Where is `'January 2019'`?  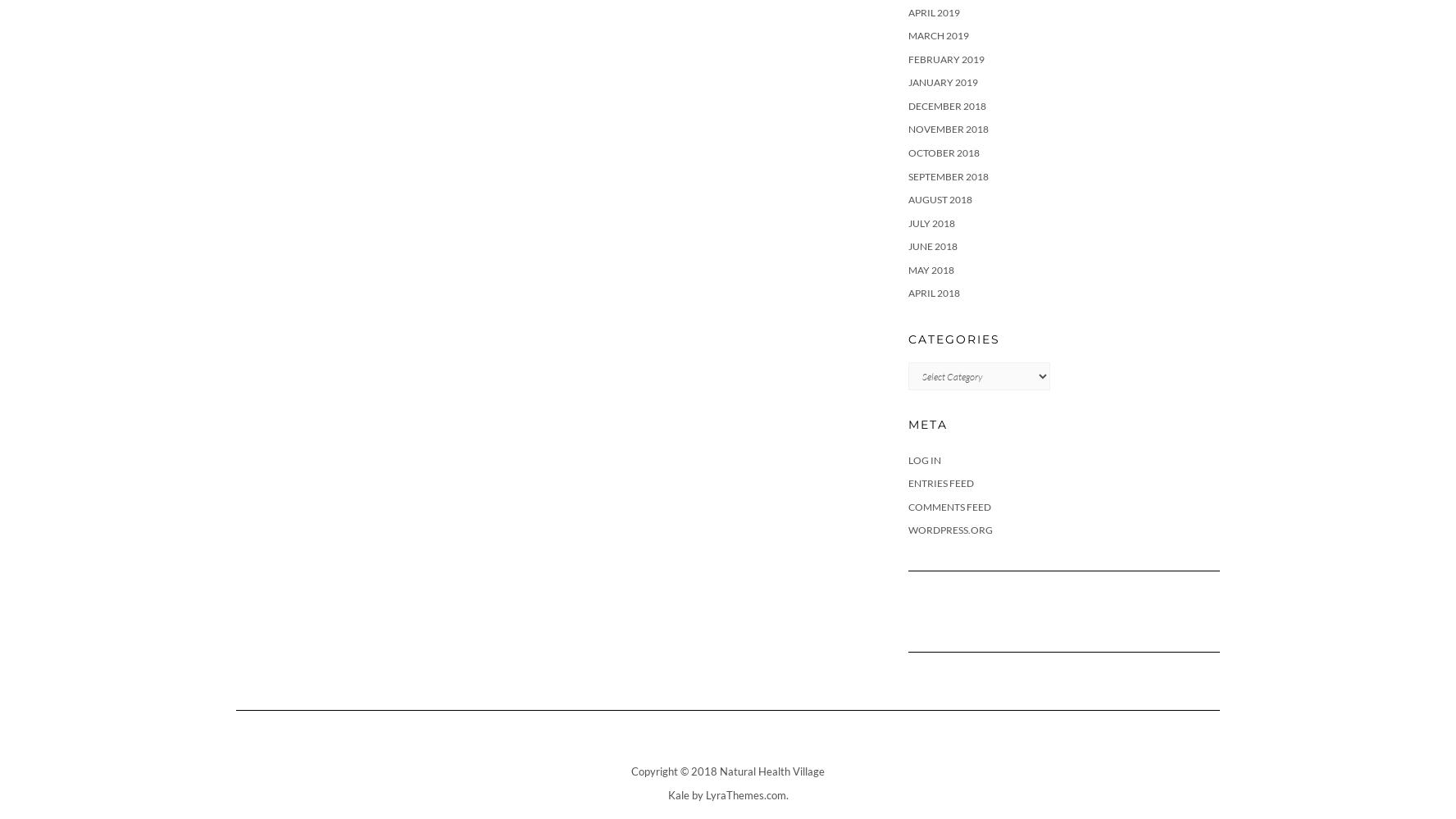 'January 2019' is located at coordinates (943, 81).